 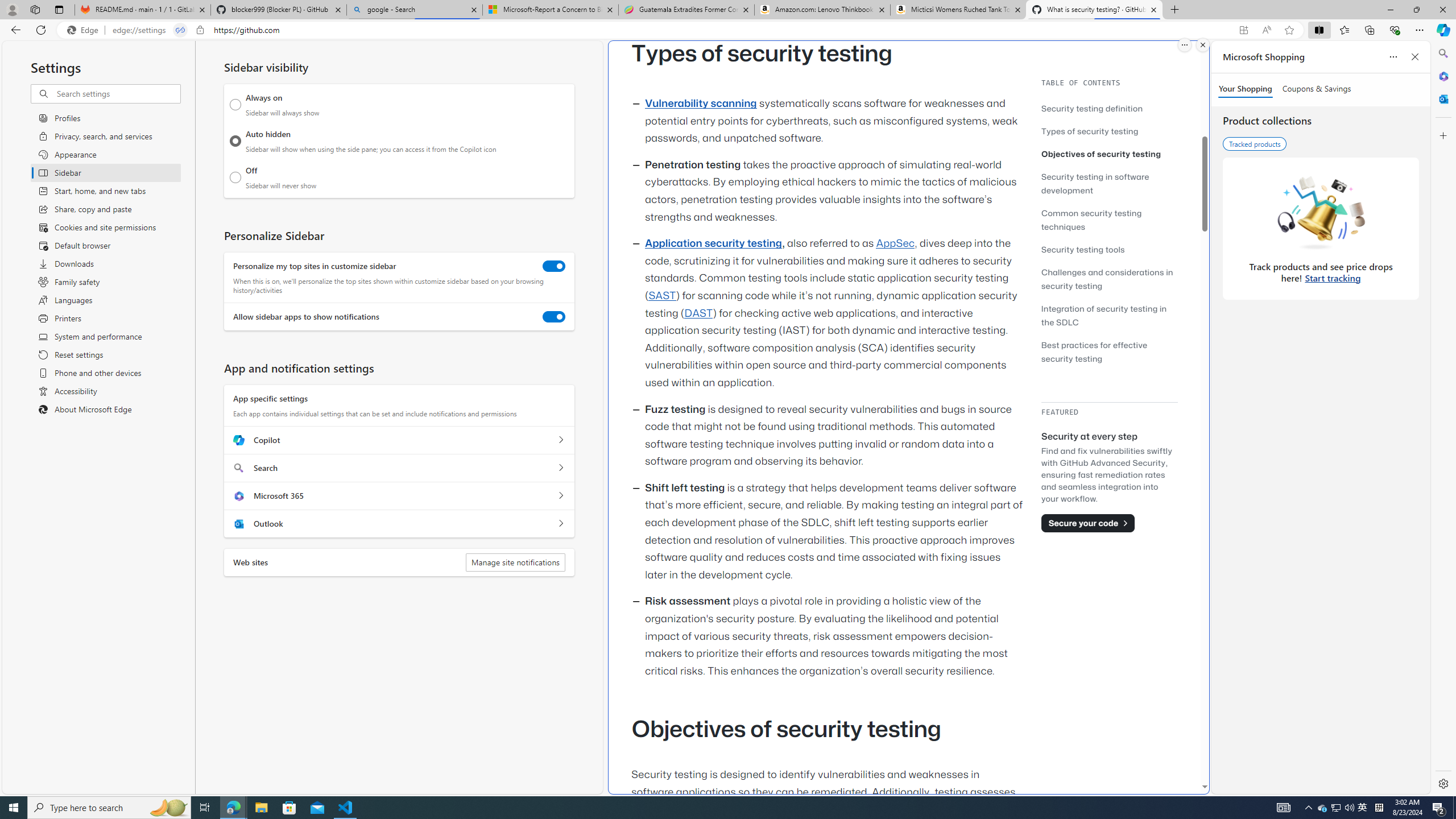 I want to click on 'Application security testing', so click(x=713, y=243).